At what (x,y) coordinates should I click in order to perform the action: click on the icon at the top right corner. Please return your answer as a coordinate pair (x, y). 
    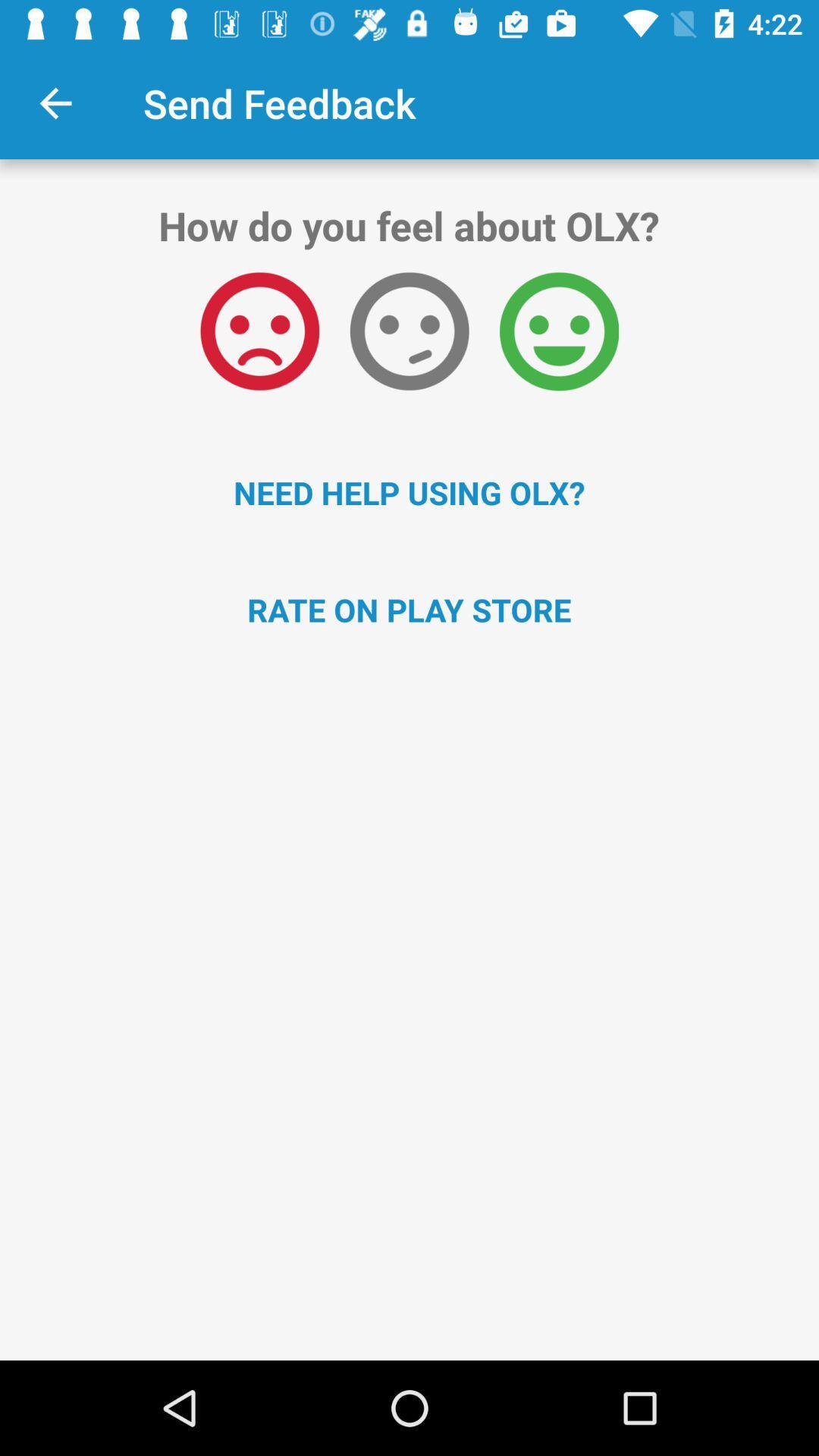
    Looking at the image, I should click on (559, 331).